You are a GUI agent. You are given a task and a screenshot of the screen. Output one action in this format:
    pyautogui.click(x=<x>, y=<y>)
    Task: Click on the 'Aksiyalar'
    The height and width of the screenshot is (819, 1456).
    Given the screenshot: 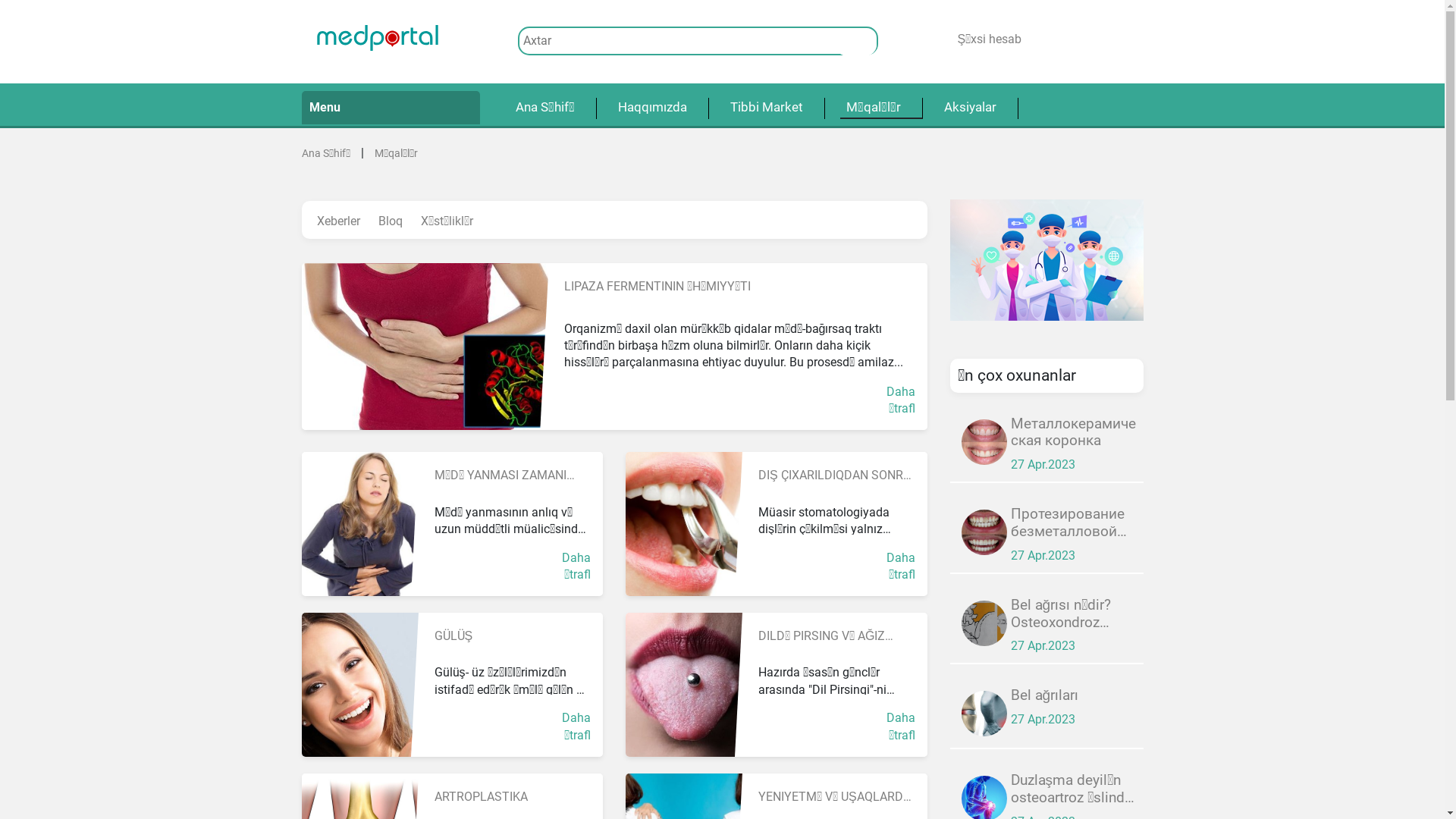 What is the action you would take?
    pyautogui.click(x=968, y=107)
    